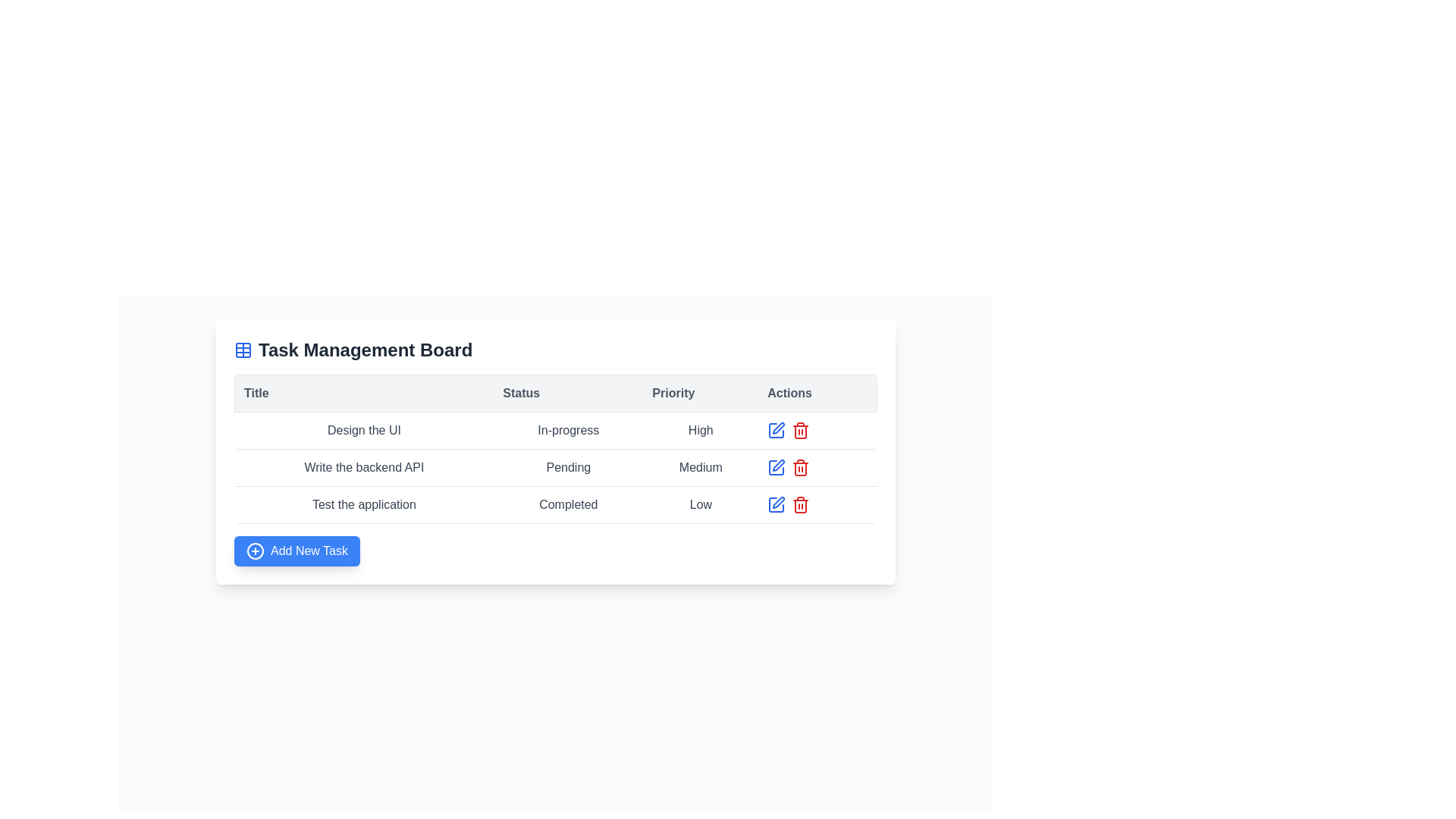 This screenshot has width=1456, height=819. Describe the element at coordinates (800, 467) in the screenshot. I see `the red trash can icon in the 'Actions' column` at that location.